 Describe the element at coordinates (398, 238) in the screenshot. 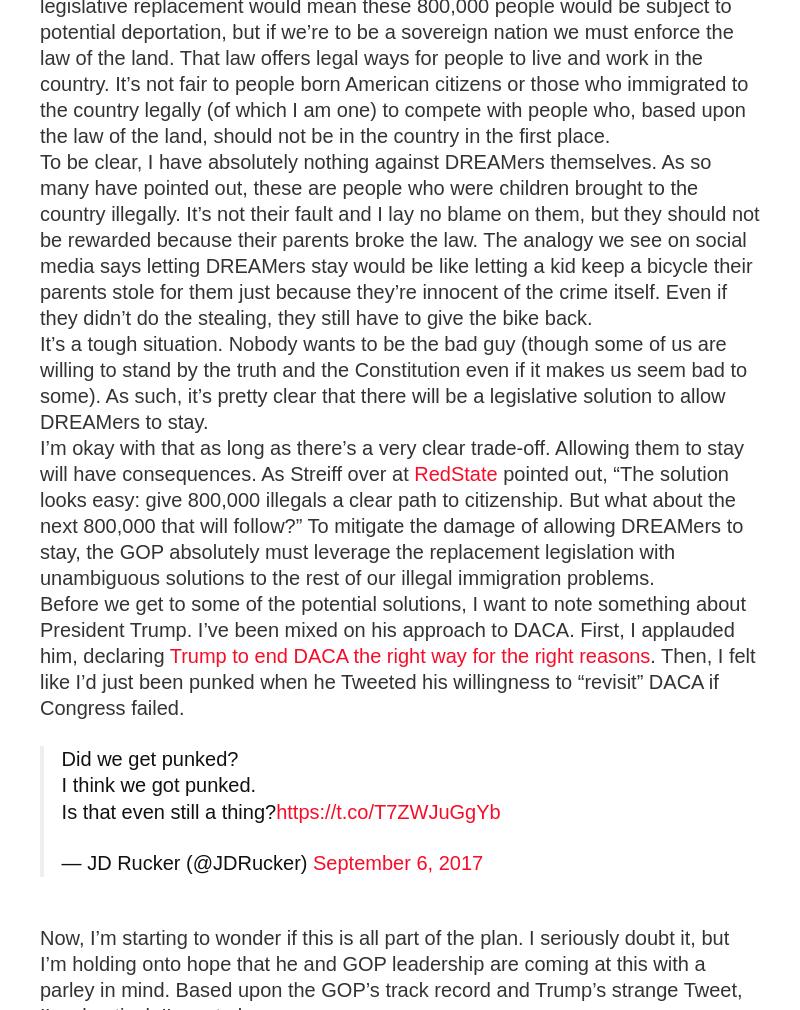

I see `'To be clear, I have absolutely nothing against DREAMers themselves. As so many have pointed out, these are people who were children brought to the country illegally. It’s not their fault and I lay no blame on them, but they should not be rewarded because their parents broke the law. The analogy we see on social media says letting DREAMers stay would be like letting a kid keep a bicycle their parents stole for them just because they’re innocent of the crime itself. Even if they didn’t do the stealing, they still have to give the bike back.'` at that location.